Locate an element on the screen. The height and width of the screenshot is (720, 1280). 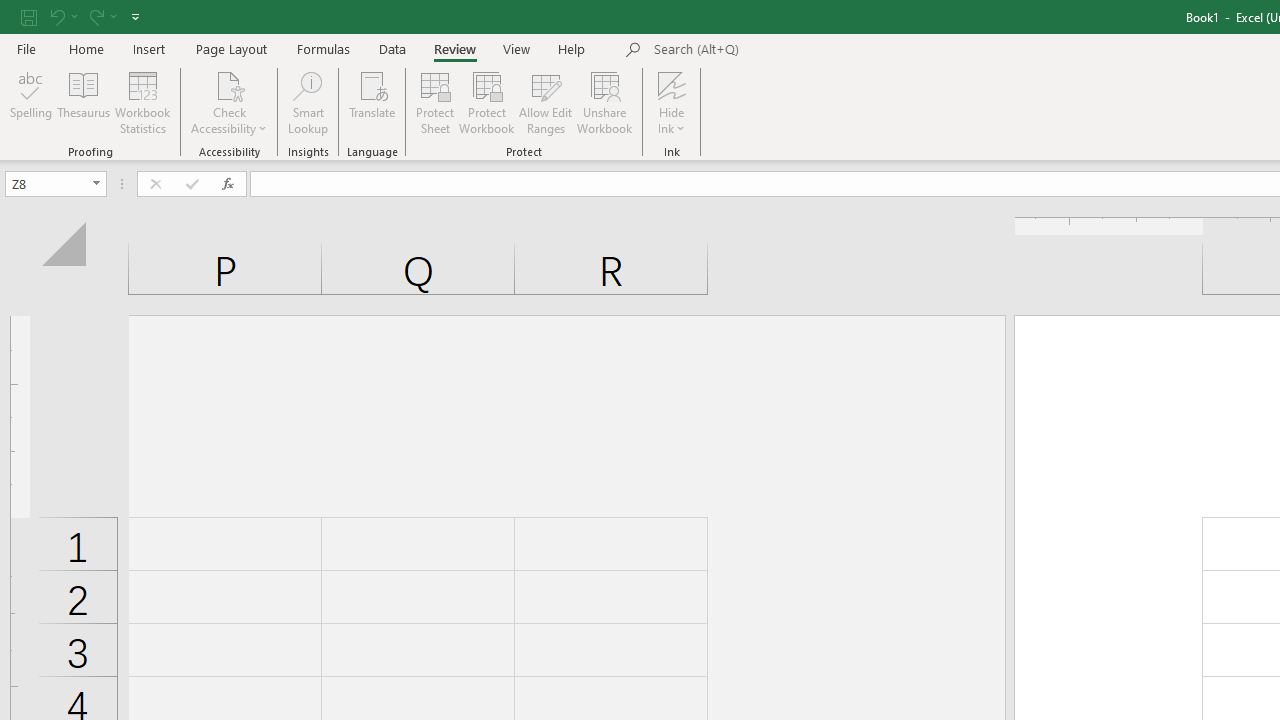
'Help' is located at coordinates (571, 48).